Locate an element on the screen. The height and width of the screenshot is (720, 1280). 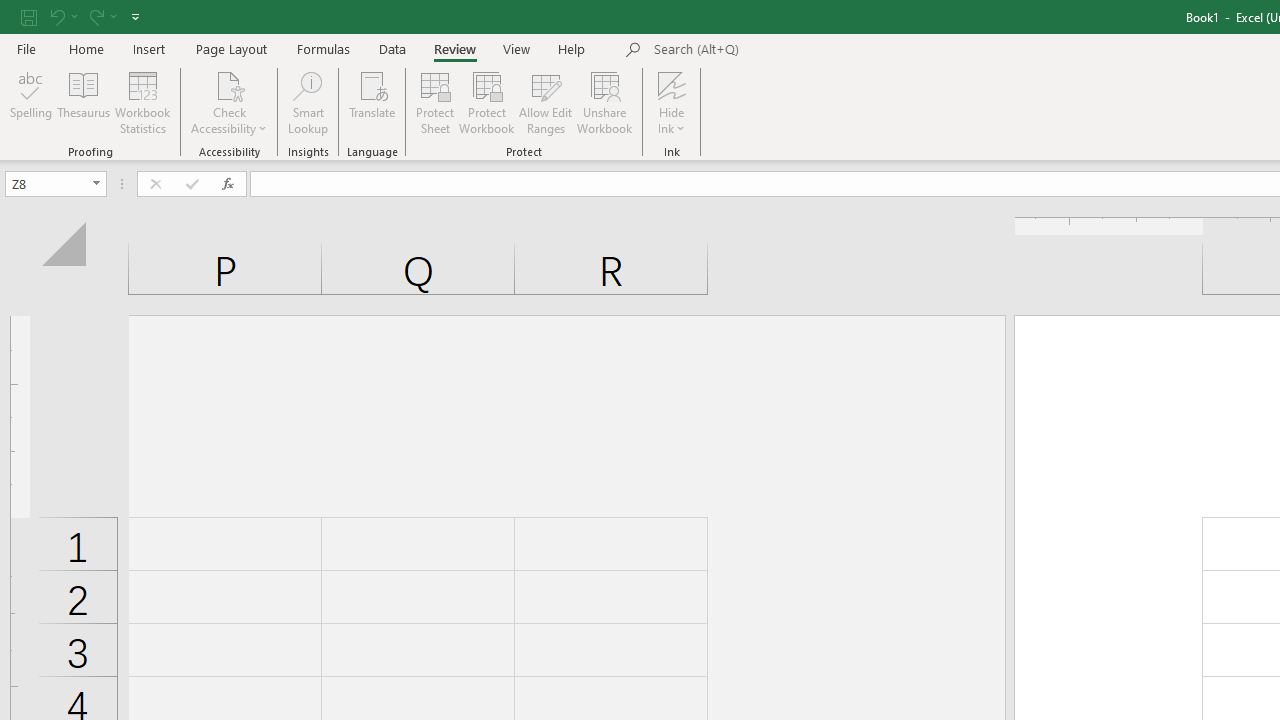
'Help' is located at coordinates (571, 48).